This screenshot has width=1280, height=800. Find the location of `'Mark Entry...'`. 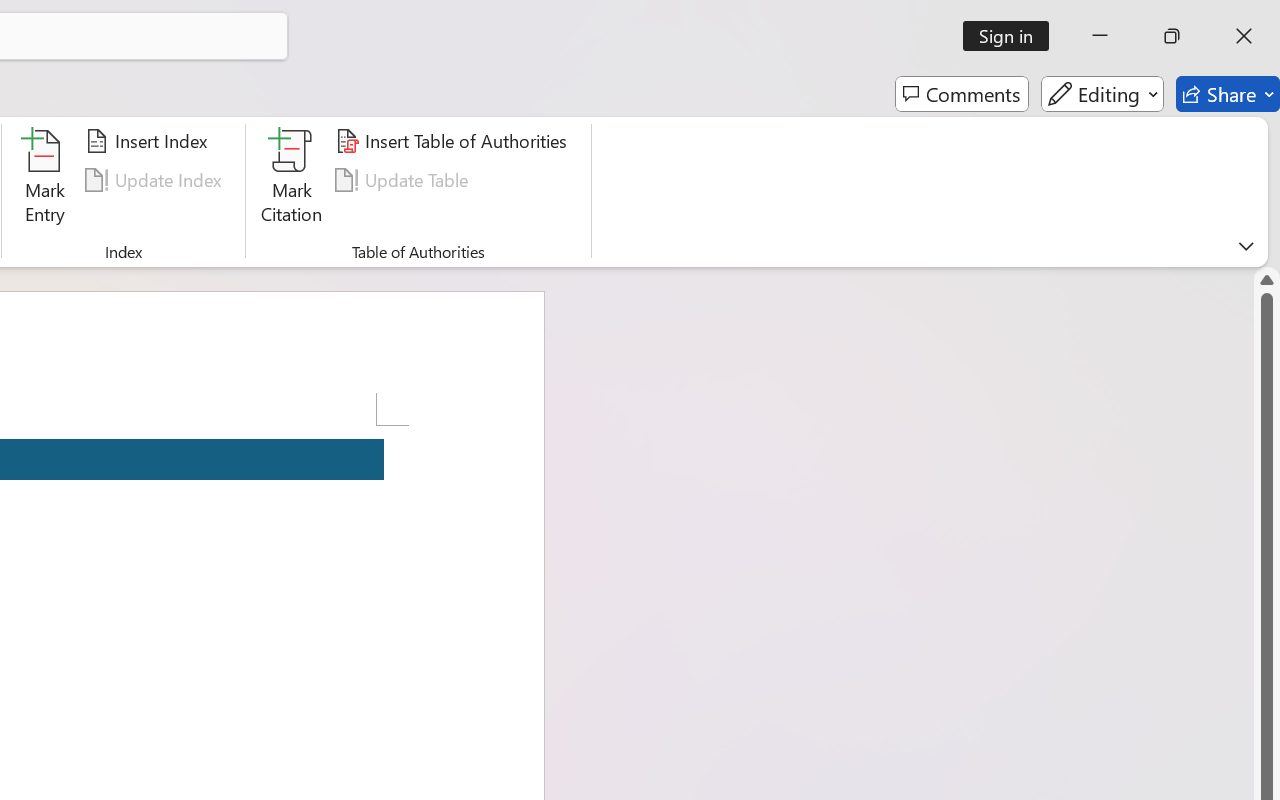

'Mark Entry...' is located at coordinates (44, 179).